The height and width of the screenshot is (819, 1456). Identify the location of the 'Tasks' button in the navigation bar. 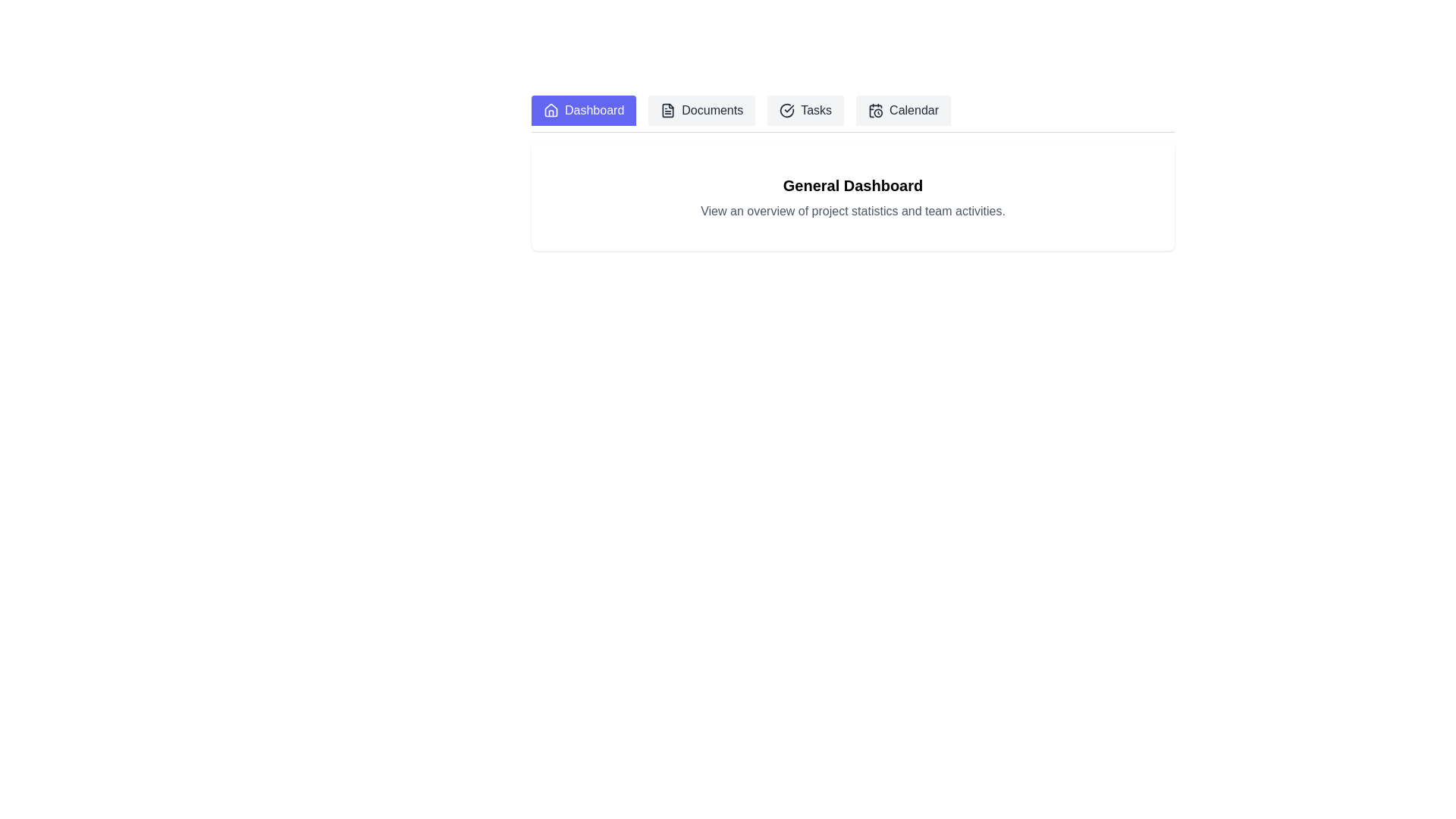
(805, 110).